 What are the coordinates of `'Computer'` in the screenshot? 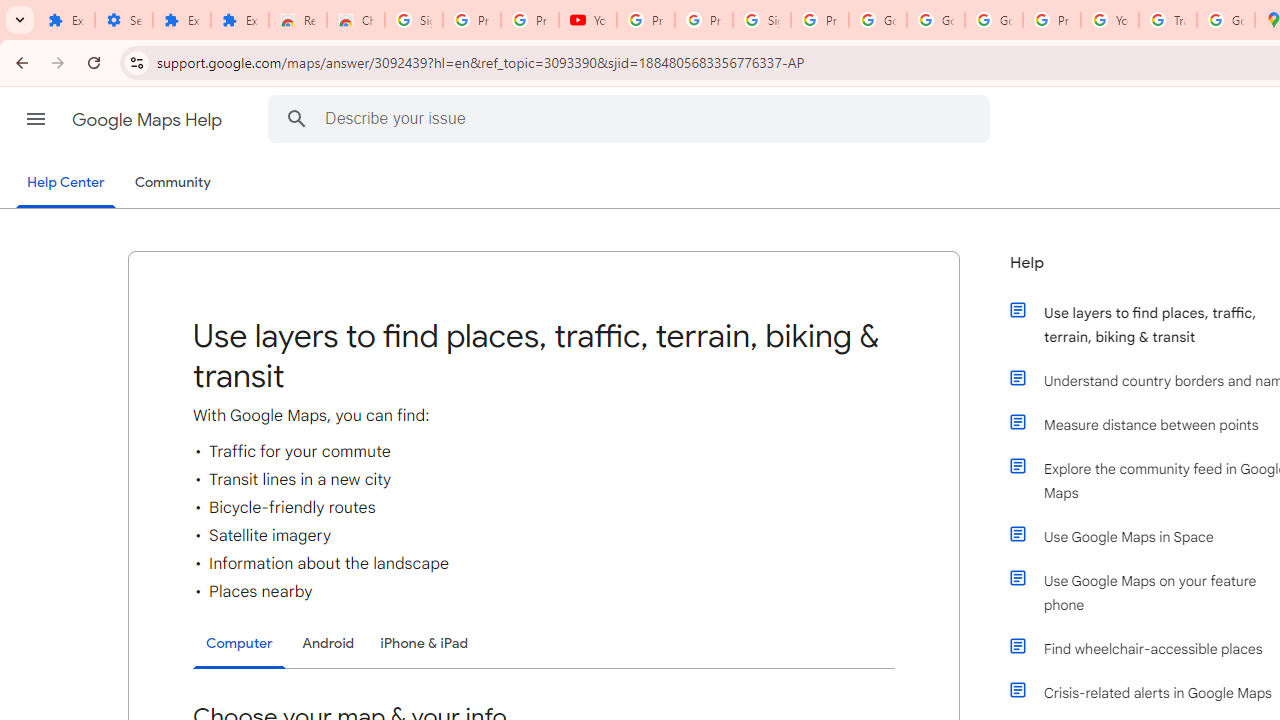 It's located at (239, 644).